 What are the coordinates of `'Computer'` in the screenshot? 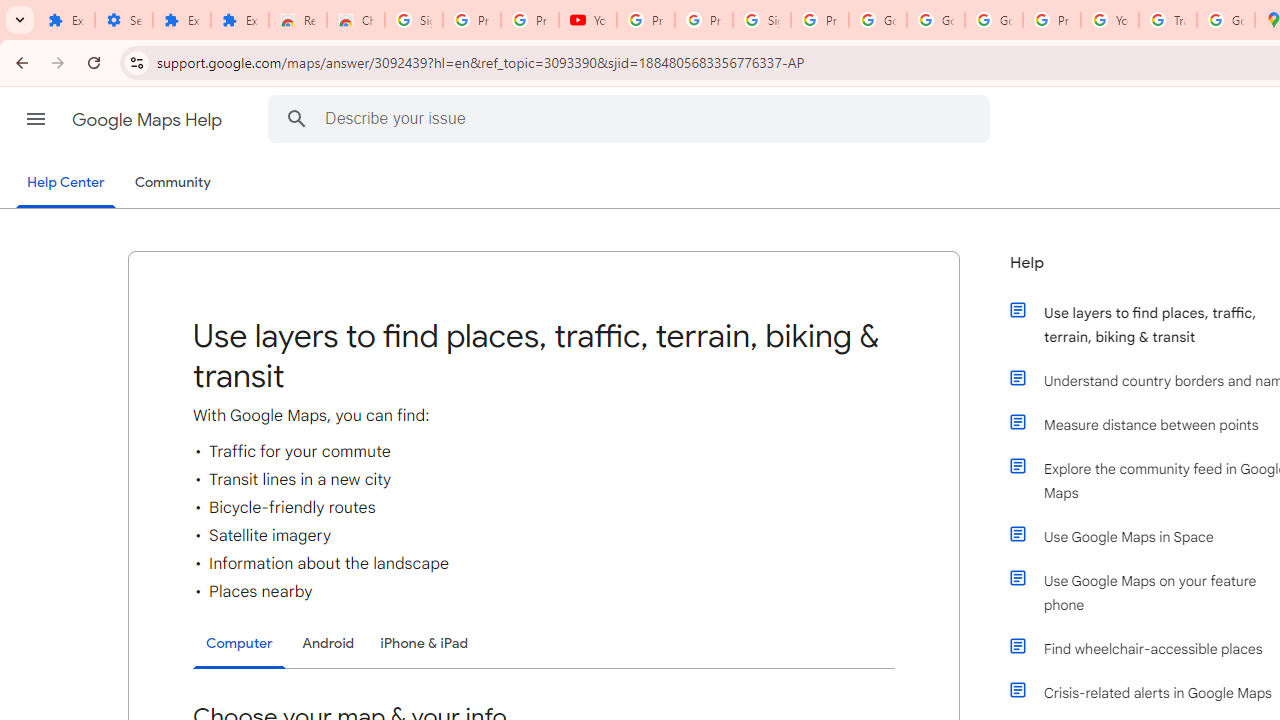 It's located at (239, 644).